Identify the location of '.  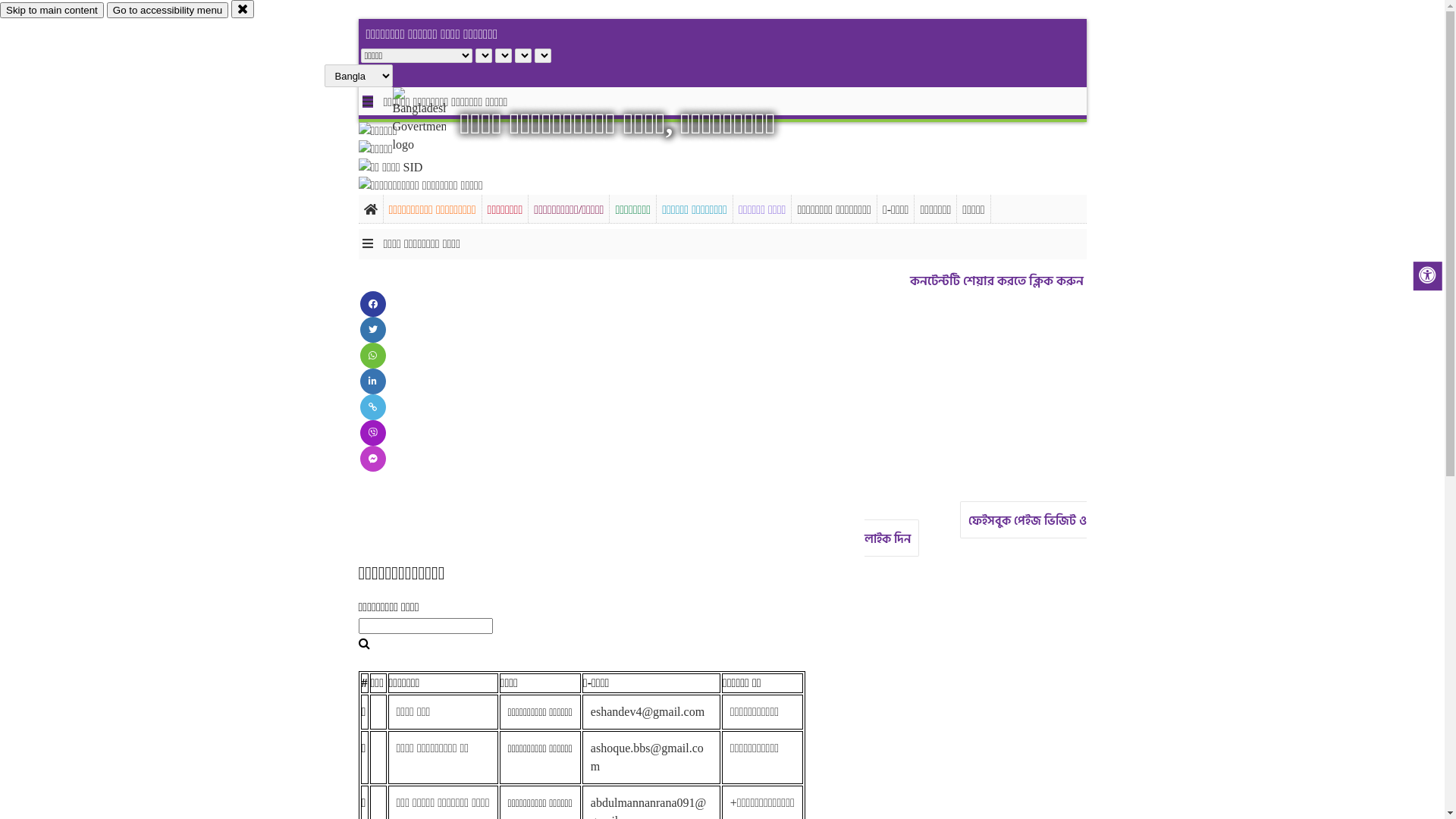
(393, 119).